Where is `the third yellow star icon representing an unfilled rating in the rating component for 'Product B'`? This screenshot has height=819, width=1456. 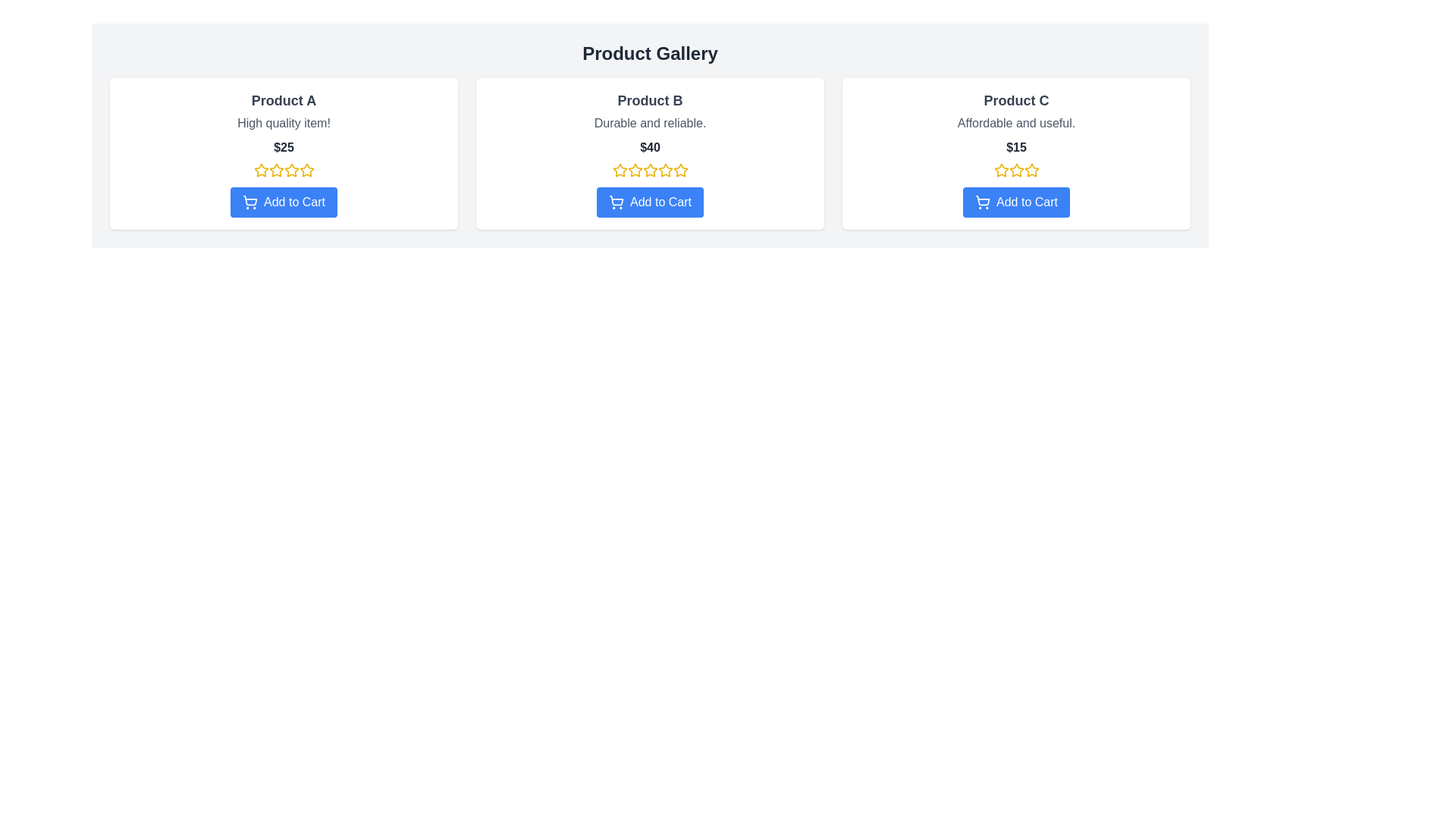
the third yellow star icon representing an unfilled rating in the rating component for 'Product B' is located at coordinates (650, 170).